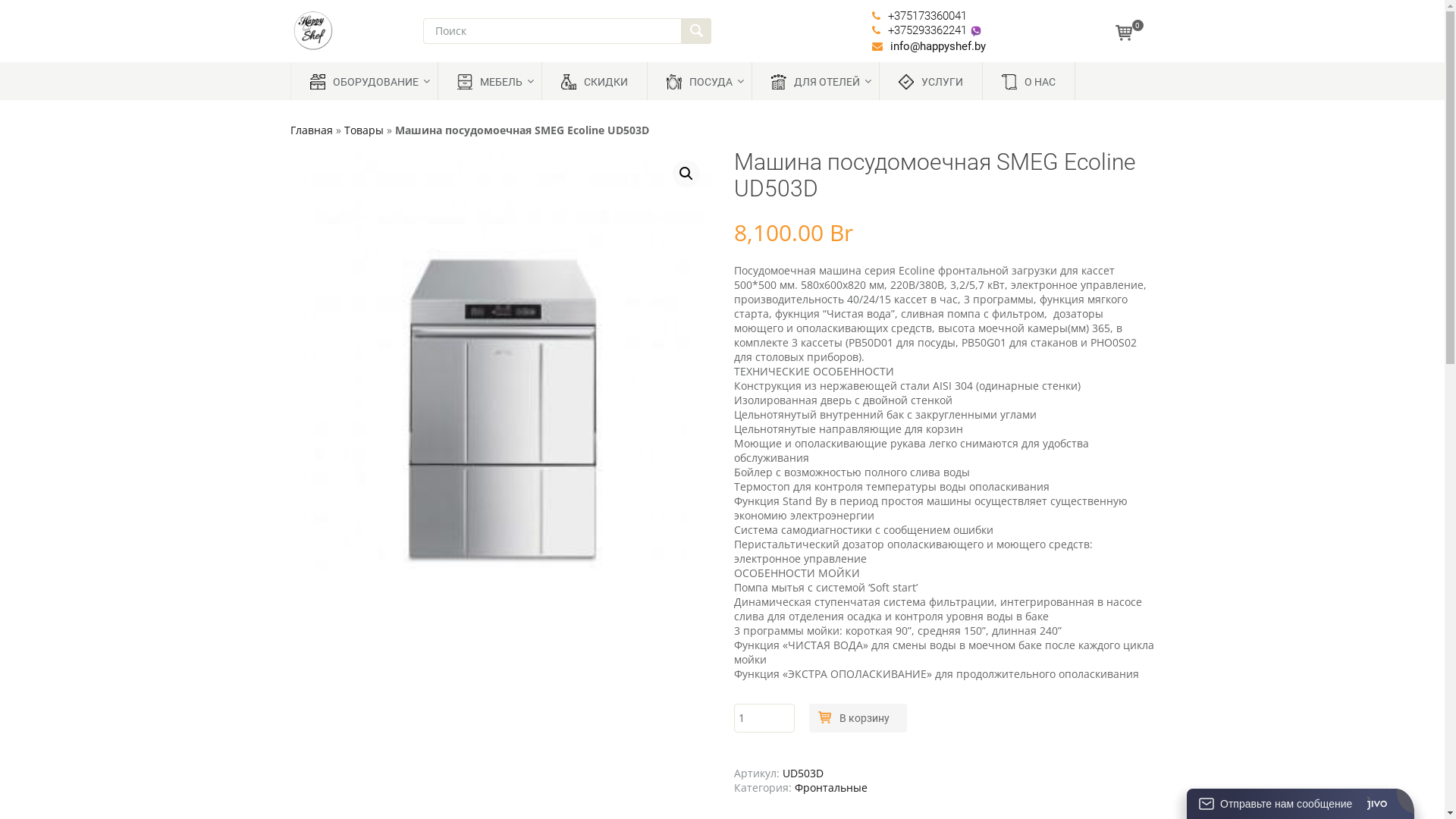 The width and height of the screenshot is (1456, 819). Describe the element at coordinates (324, 67) in the screenshot. I see `'Skip to content'` at that location.